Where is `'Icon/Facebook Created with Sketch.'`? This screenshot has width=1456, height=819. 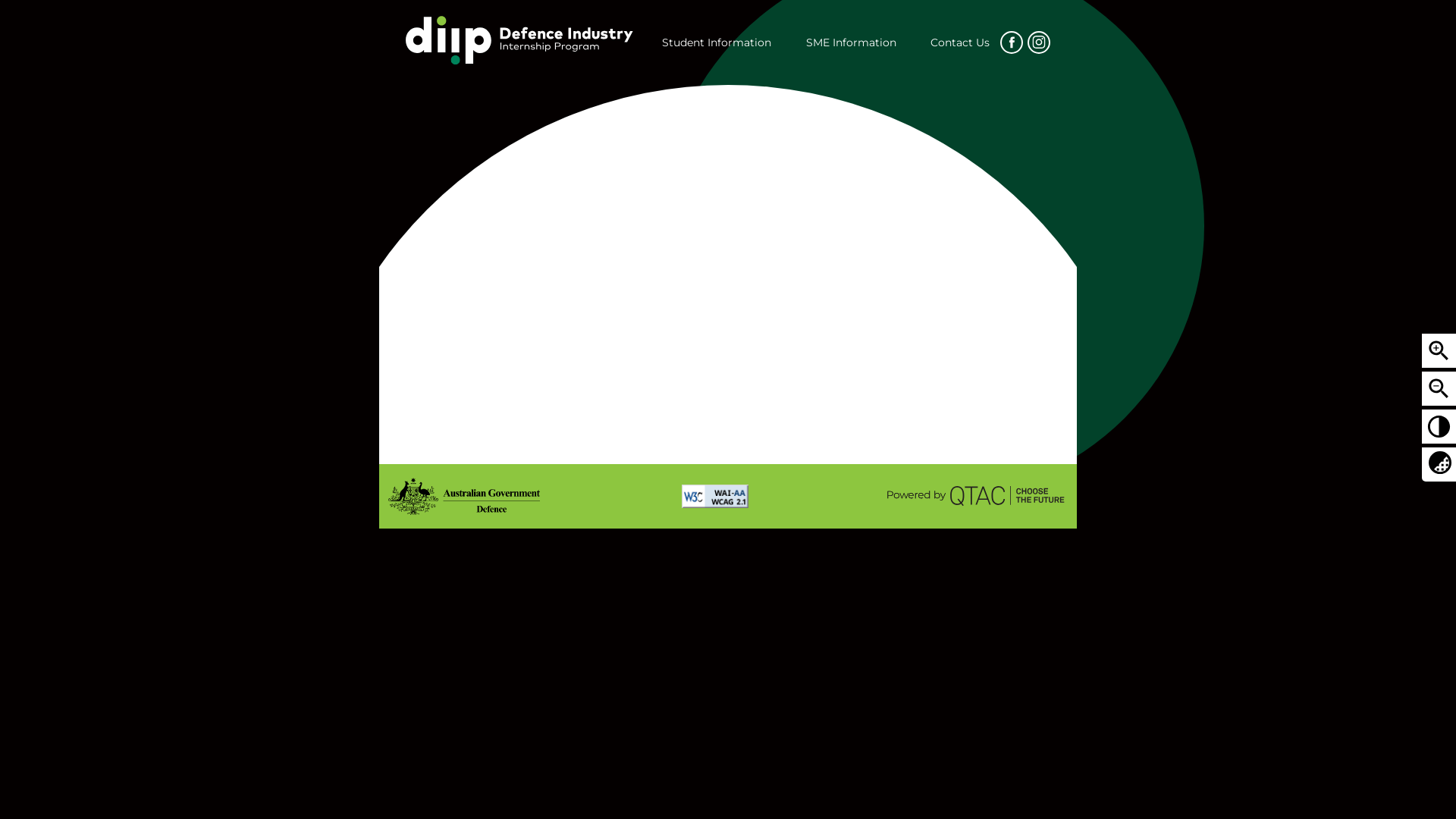
'Icon/Facebook Created with Sketch.' is located at coordinates (1012, 42).